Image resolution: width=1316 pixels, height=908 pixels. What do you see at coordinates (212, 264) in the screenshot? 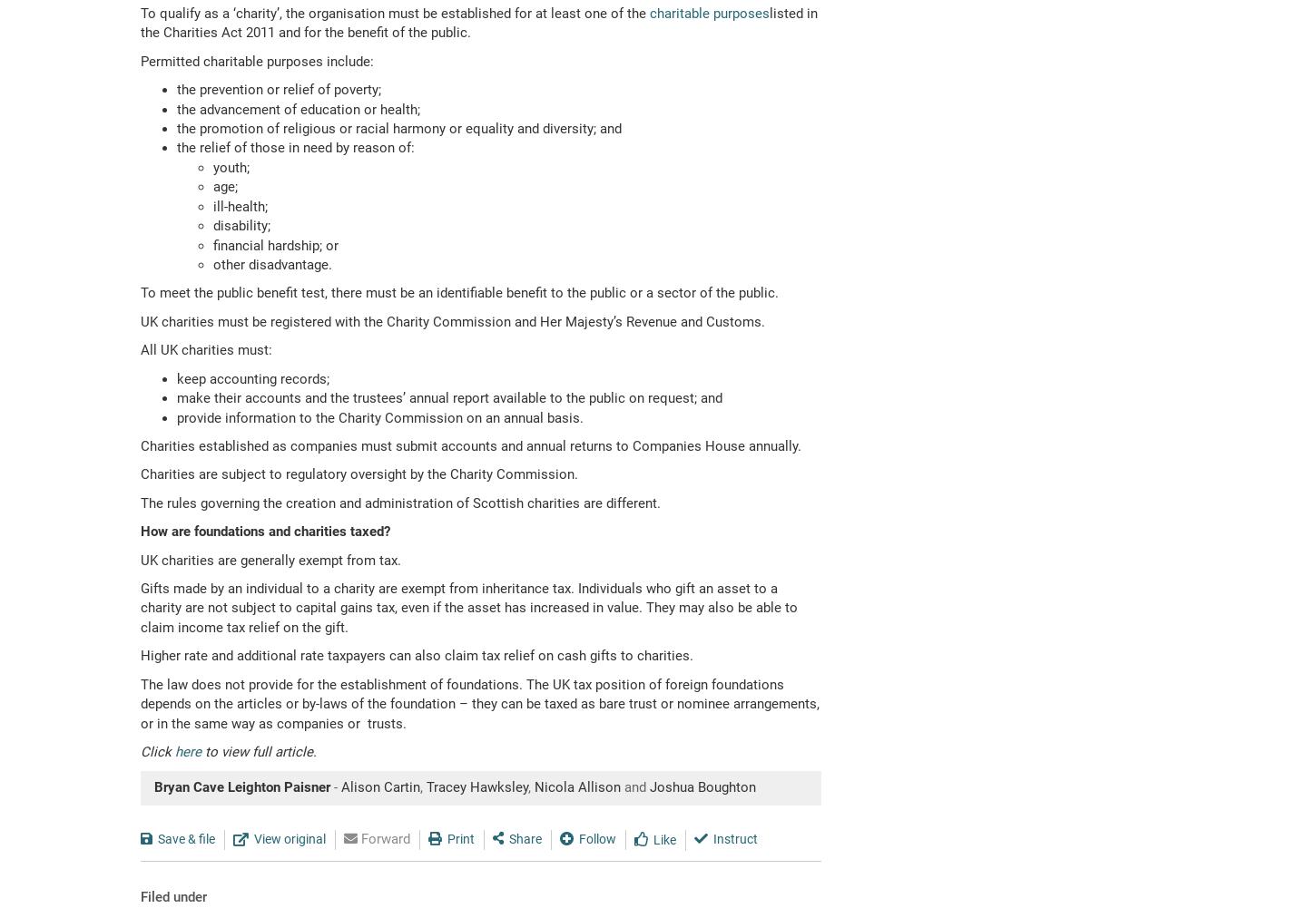
I see `'other disadvantage.'` at bounding box center [212, 264].